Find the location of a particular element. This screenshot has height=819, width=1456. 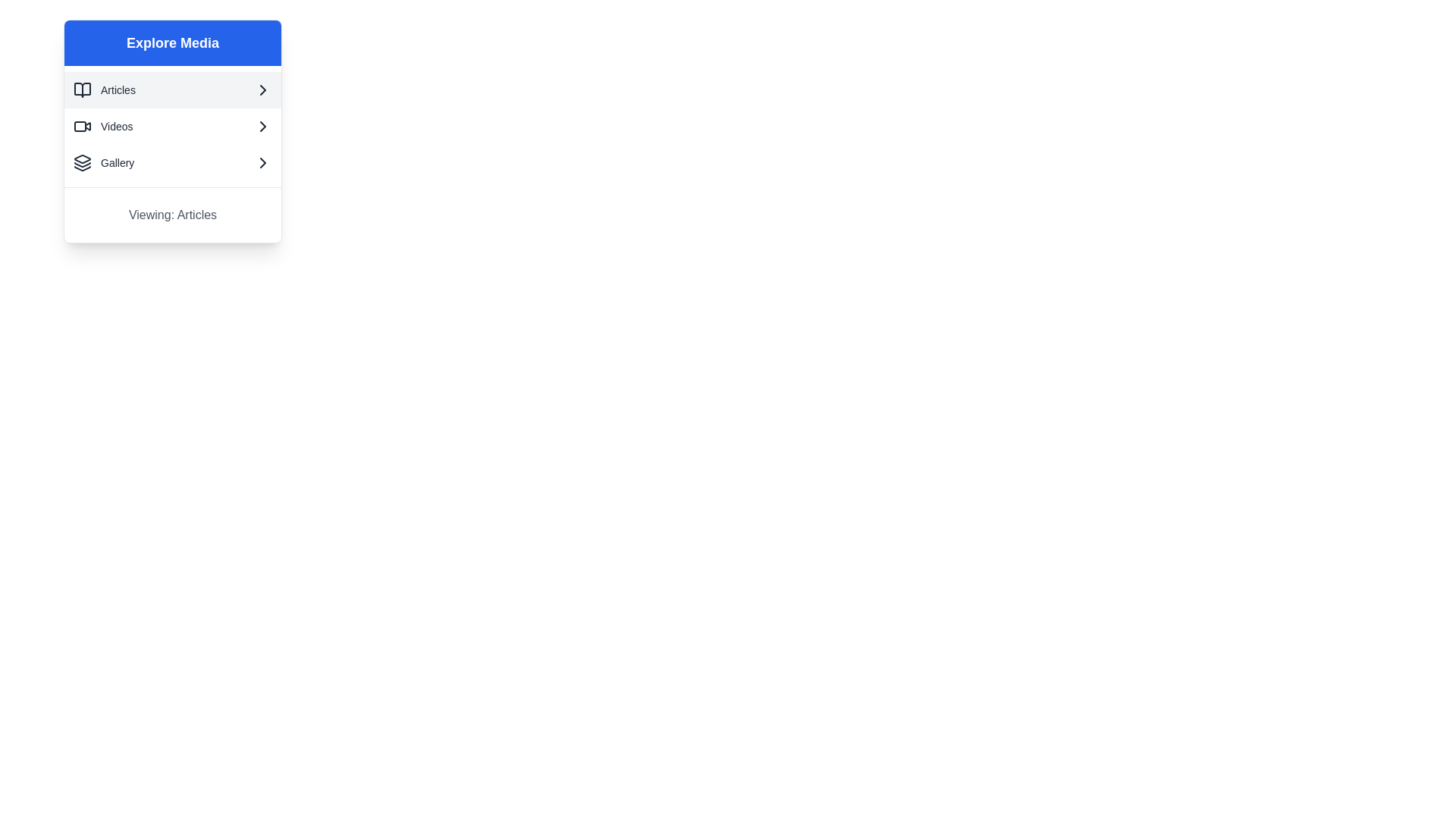

the Chevron icon located at the far right of the 'Articles' list entry in the media navigation panel to trigger a hover state is located at coordinates (262, 90).